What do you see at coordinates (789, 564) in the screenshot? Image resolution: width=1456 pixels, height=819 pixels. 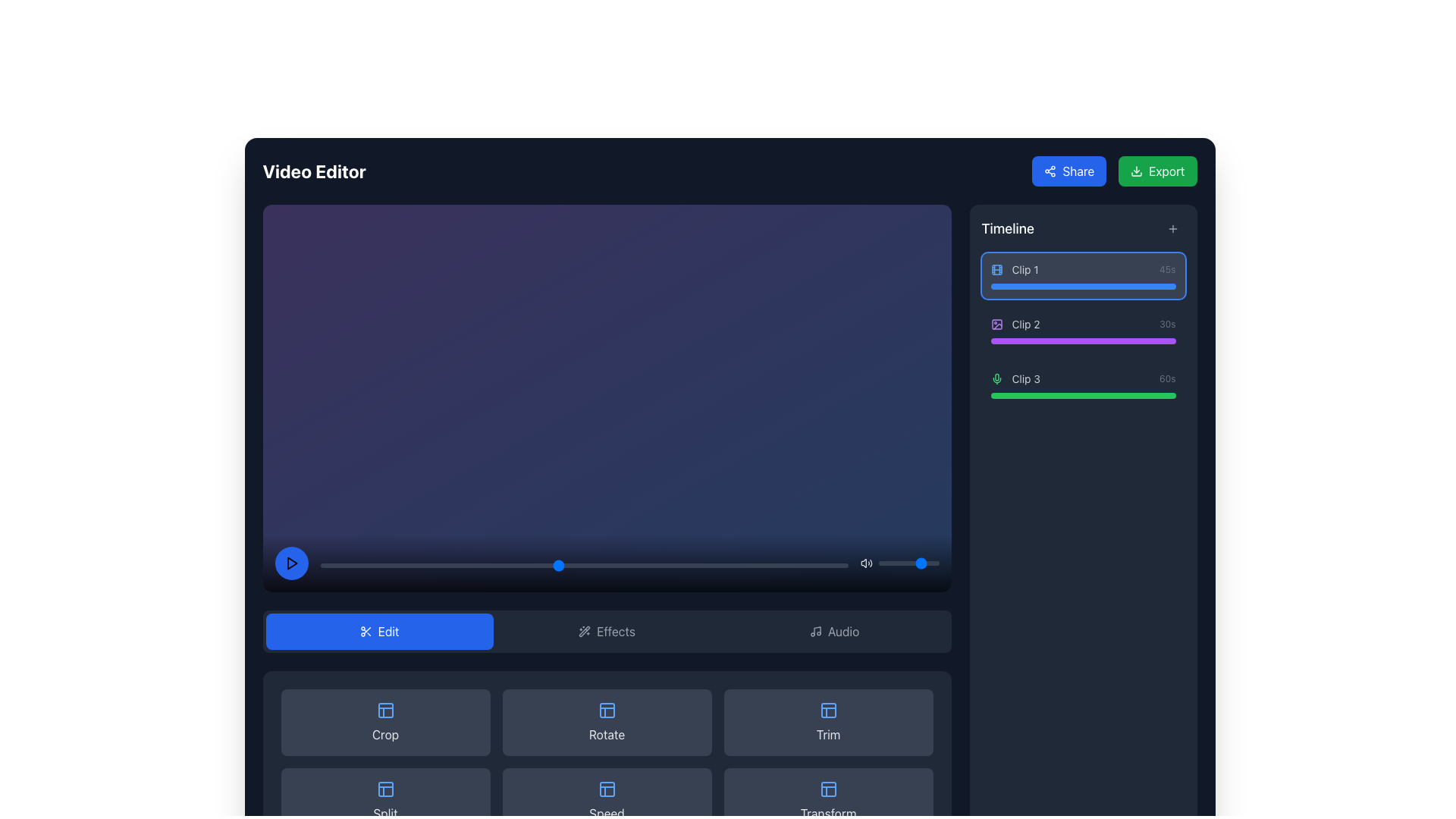 I see `slider value` at bounding box center [789, 564].